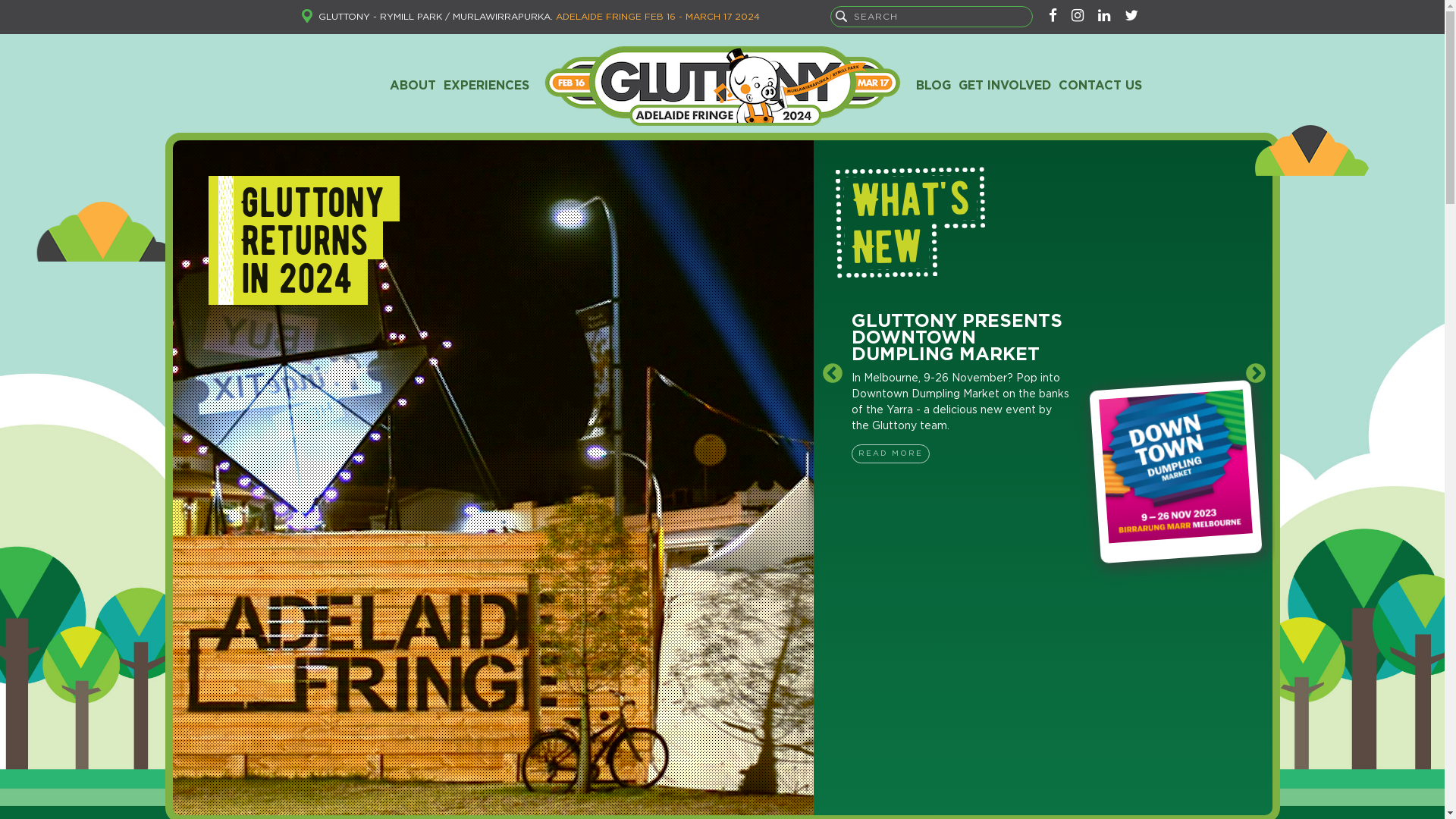  Describe the element at coordinates (1099, 85) in the screenshot. I see `'CONTACT US'` at that location.